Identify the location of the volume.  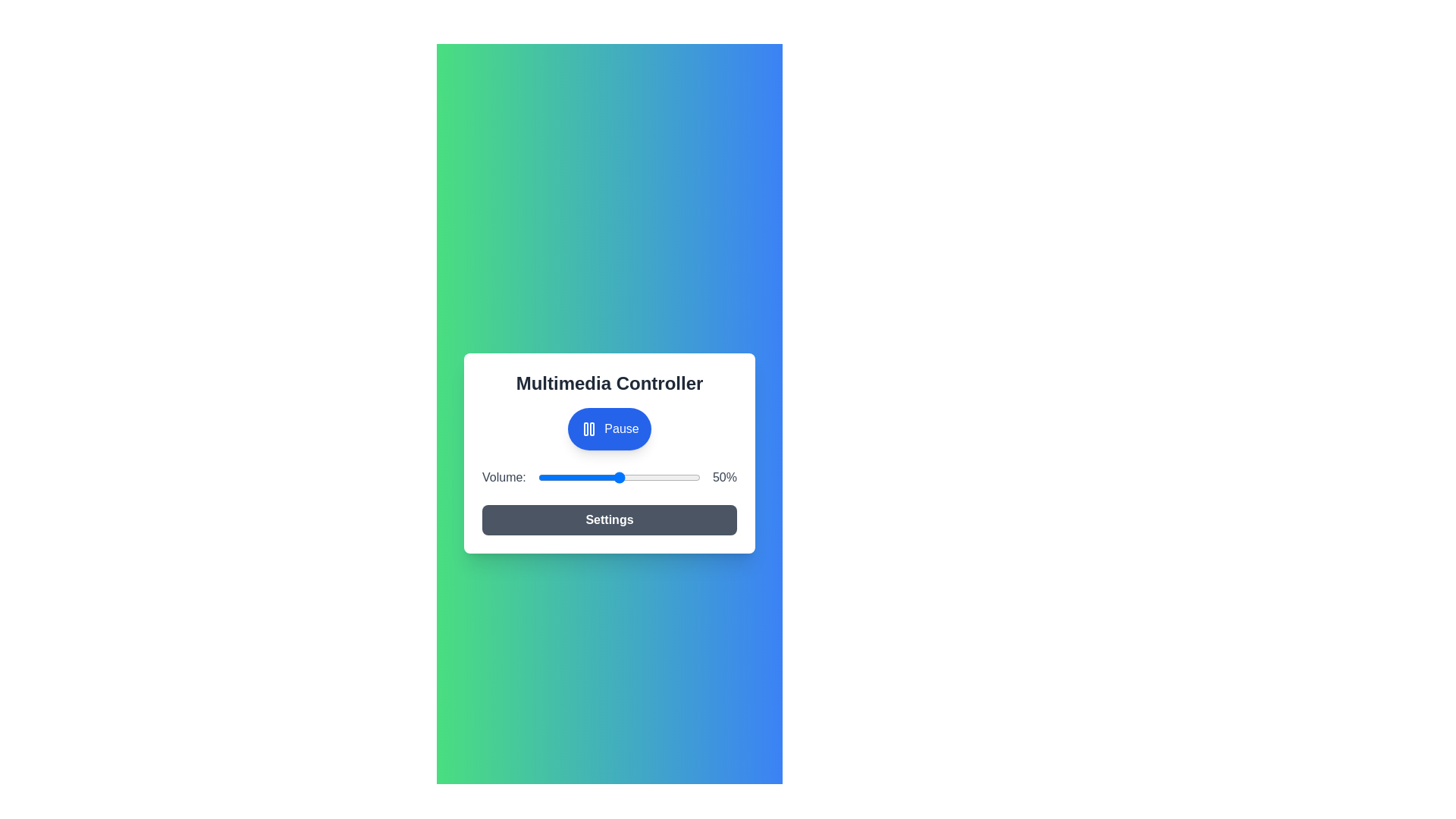
(557, 476).